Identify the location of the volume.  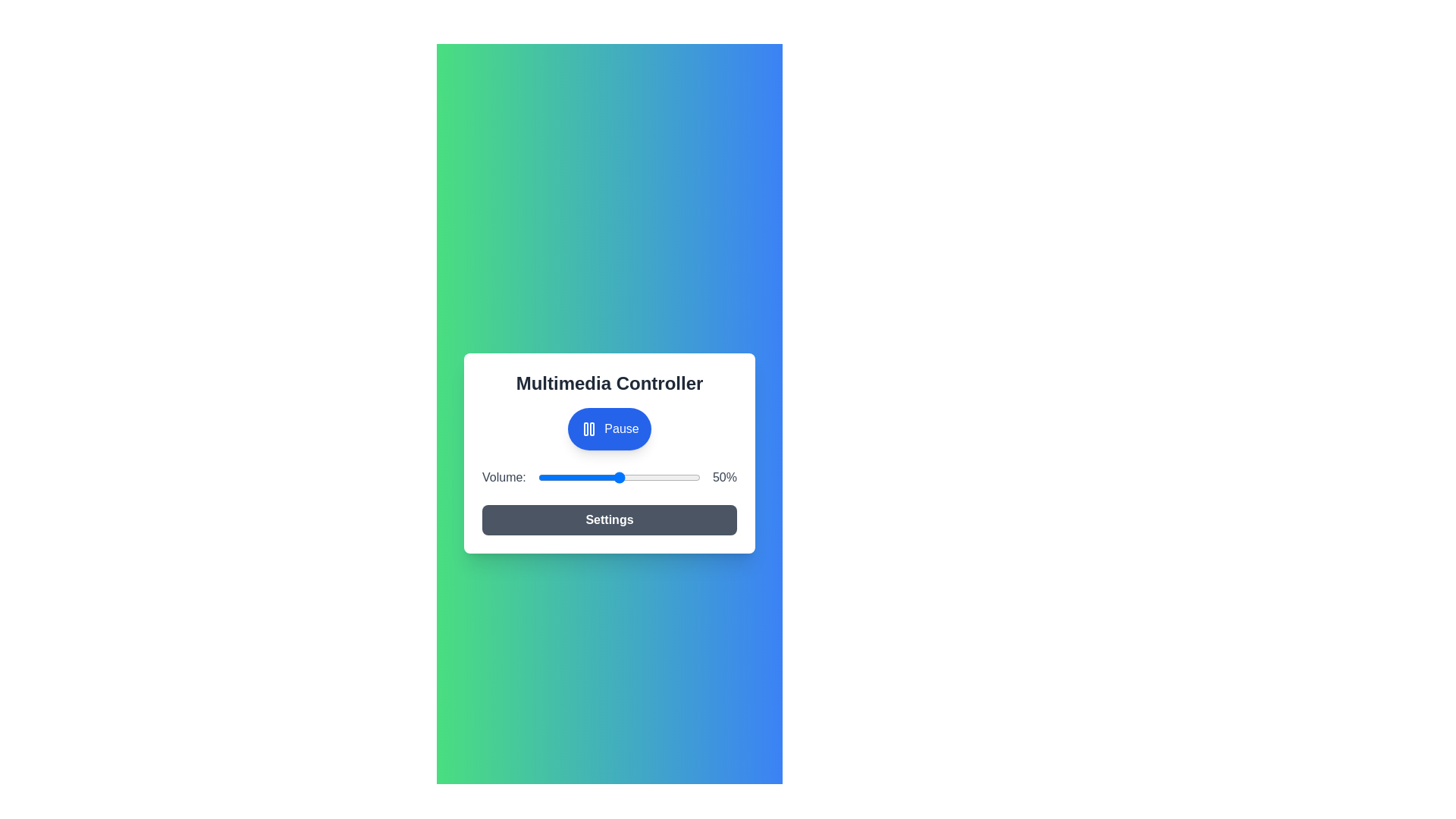
(557, 476).